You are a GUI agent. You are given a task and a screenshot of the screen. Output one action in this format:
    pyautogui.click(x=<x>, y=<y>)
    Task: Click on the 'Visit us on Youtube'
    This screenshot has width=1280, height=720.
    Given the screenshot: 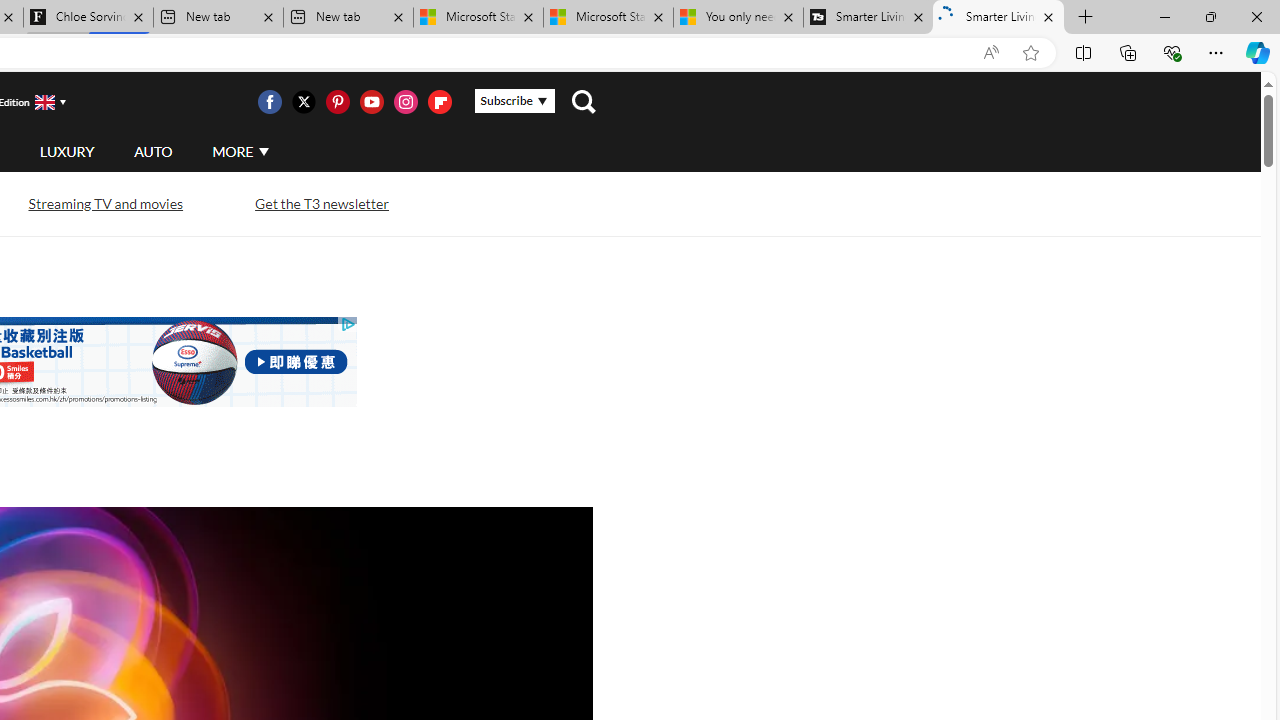 What is the action you would take?
    pyautogui.click(x=371, y=101)
    